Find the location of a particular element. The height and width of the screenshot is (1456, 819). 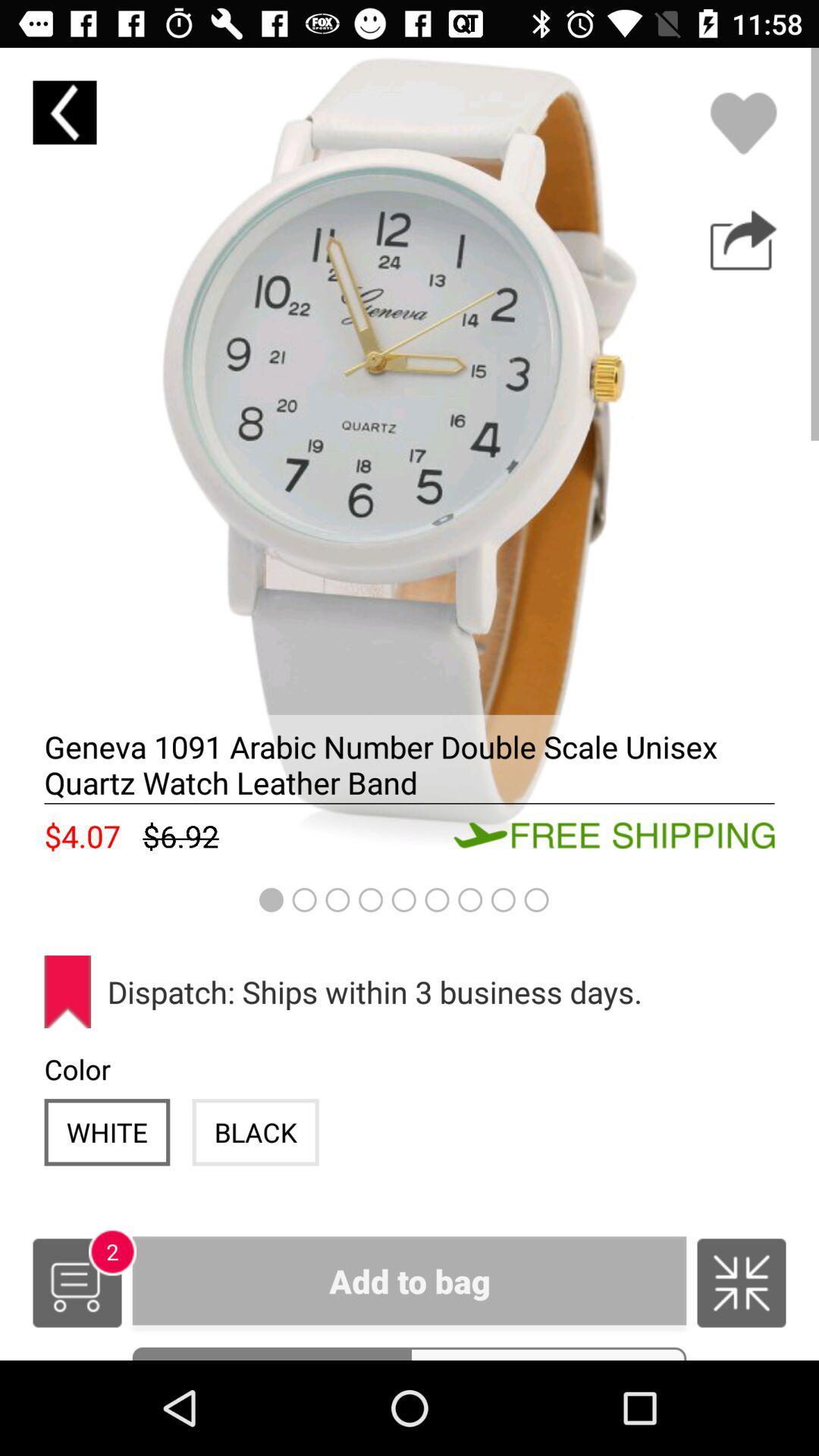

icon next to the add to bag is located at coordinates (741, 1282).